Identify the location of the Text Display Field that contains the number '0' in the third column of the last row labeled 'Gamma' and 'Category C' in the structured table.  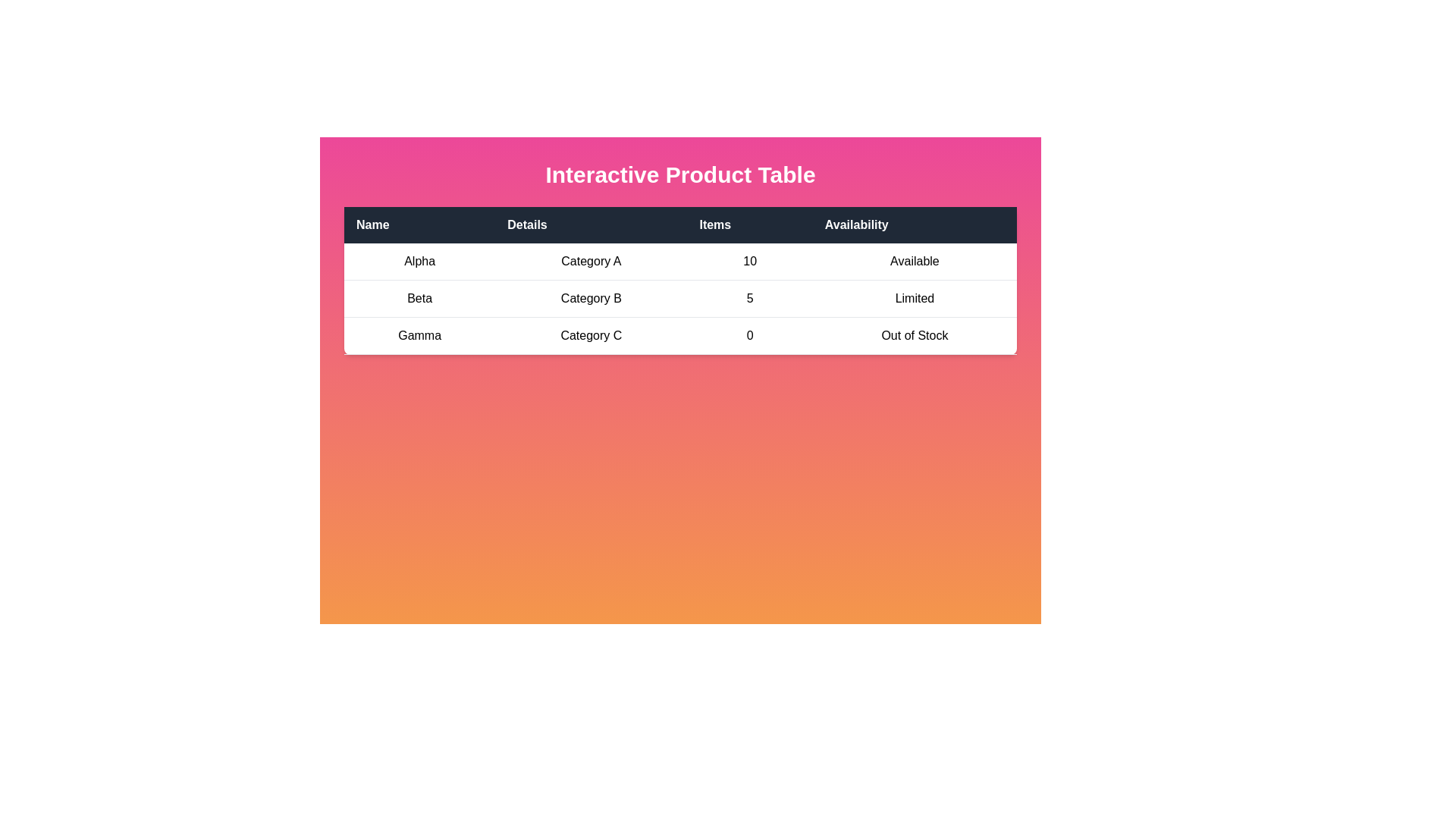
(750, 335).